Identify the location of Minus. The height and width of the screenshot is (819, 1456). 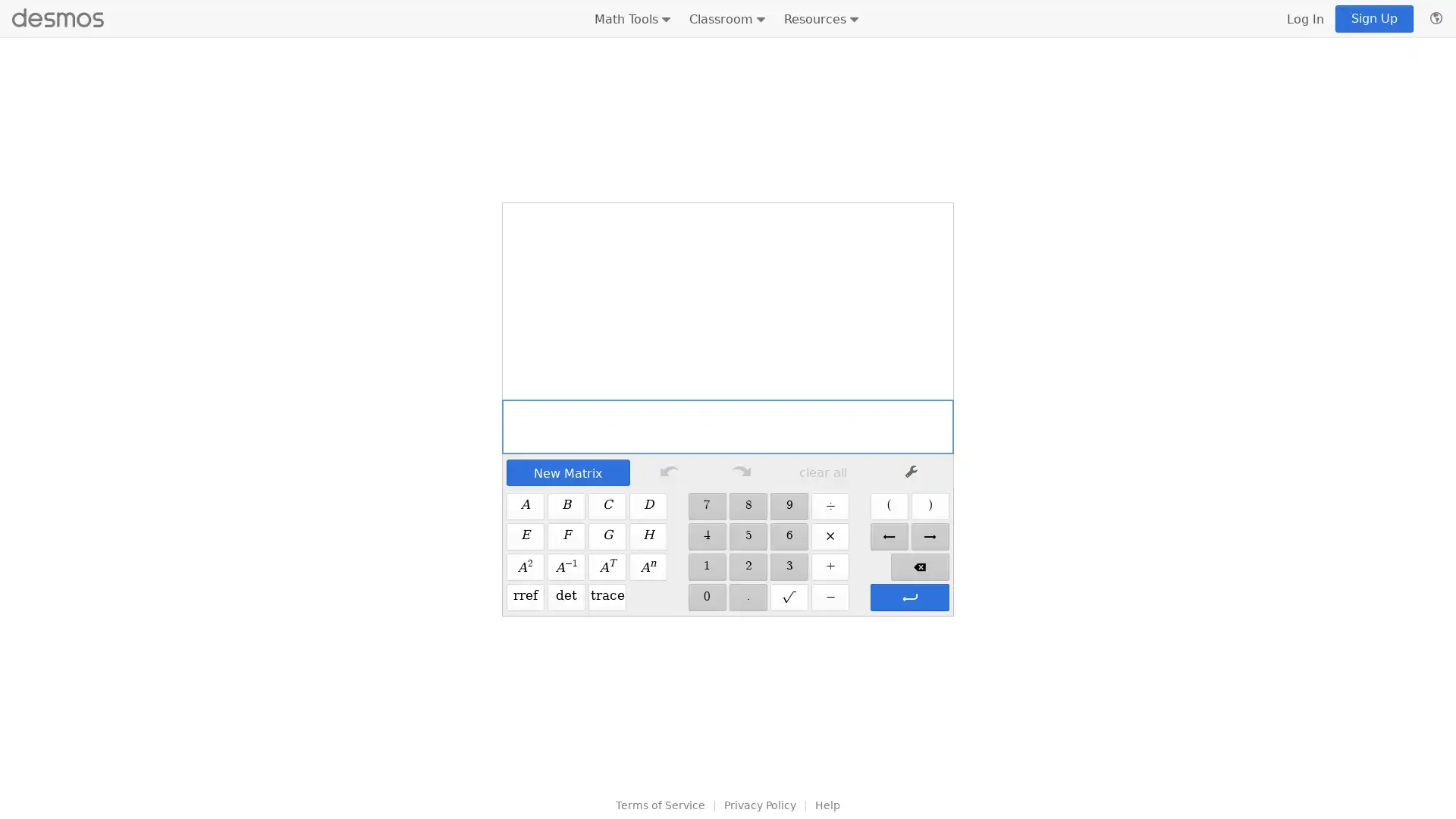
(829, 596).